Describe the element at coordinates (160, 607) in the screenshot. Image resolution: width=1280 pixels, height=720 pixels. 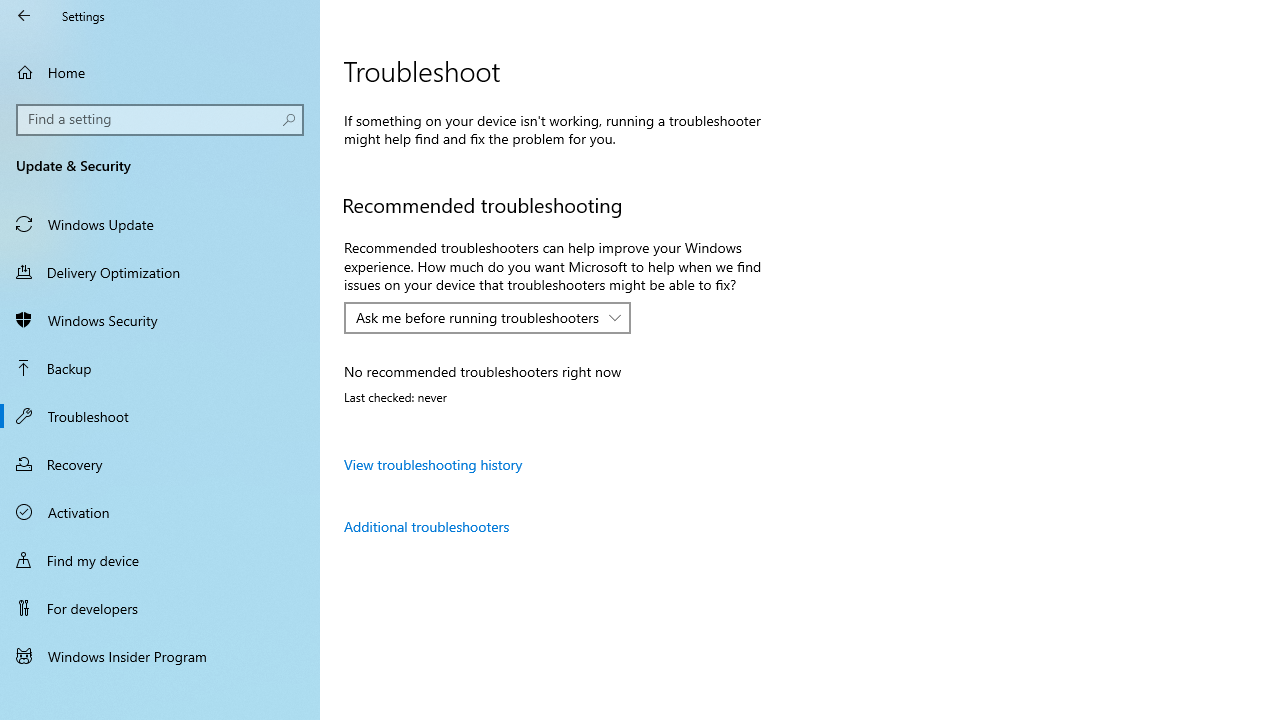
I see `'For developers'` at that location.